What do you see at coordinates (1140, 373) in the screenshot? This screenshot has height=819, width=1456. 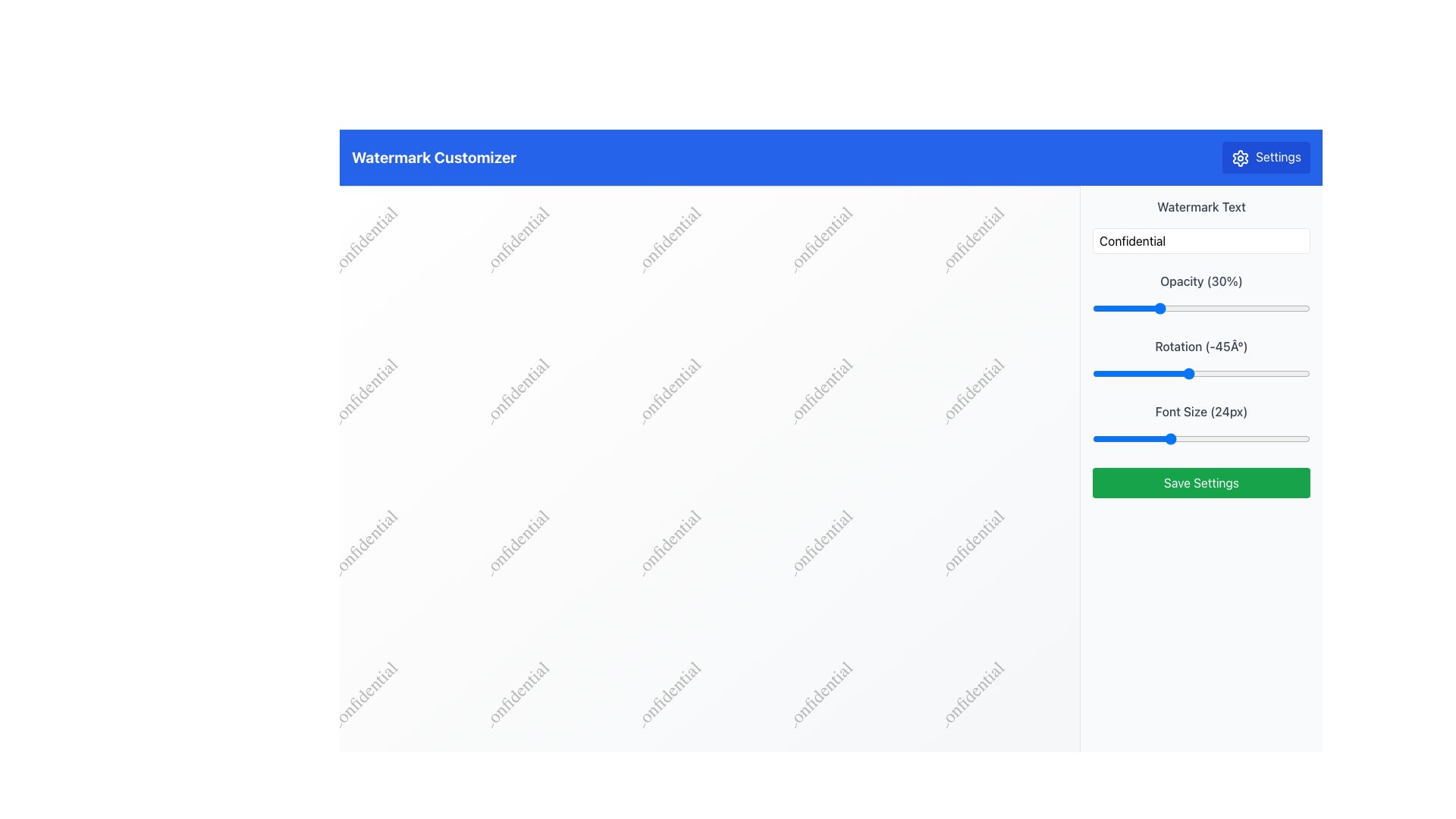 I see `rotation` at bounding box center [1140, 373].